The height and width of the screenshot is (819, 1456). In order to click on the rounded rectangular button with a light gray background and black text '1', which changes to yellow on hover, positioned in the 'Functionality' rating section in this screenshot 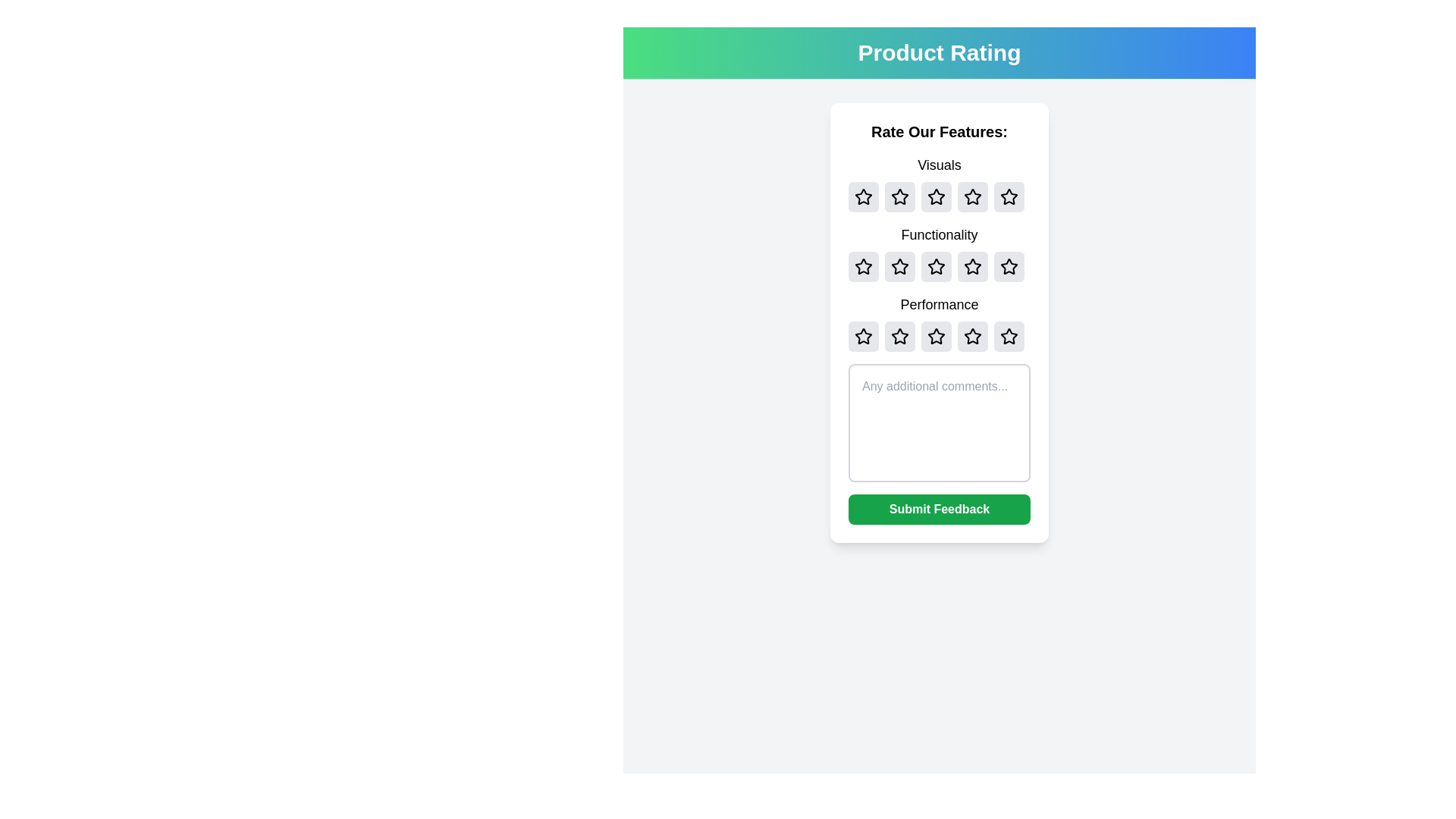, I will do `click(863, 265)`.